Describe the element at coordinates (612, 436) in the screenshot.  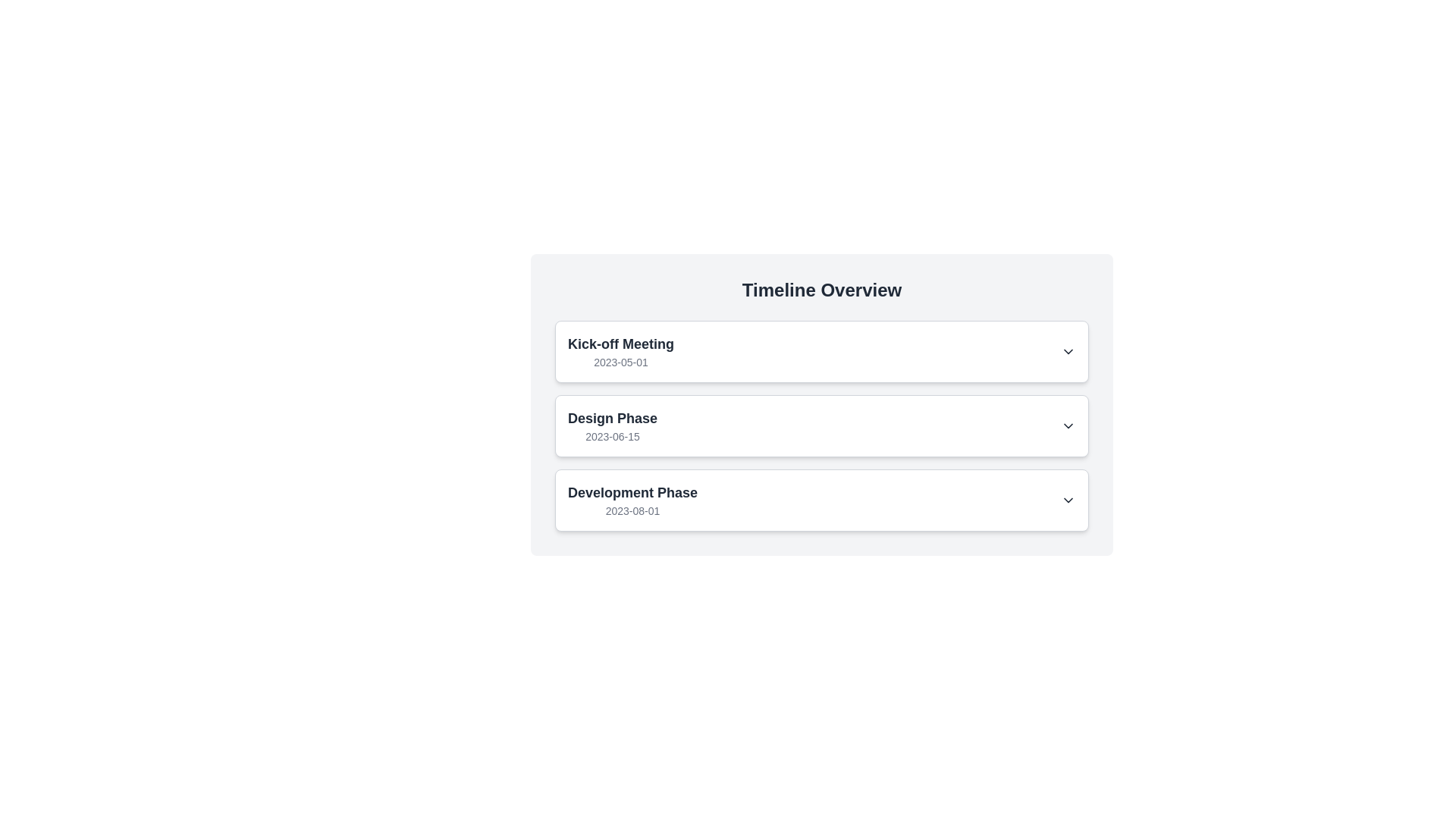
I see `the text label displaying '2023-06-15', which is located directly below the 'Design Phase' title within the event timeline card` at that location.